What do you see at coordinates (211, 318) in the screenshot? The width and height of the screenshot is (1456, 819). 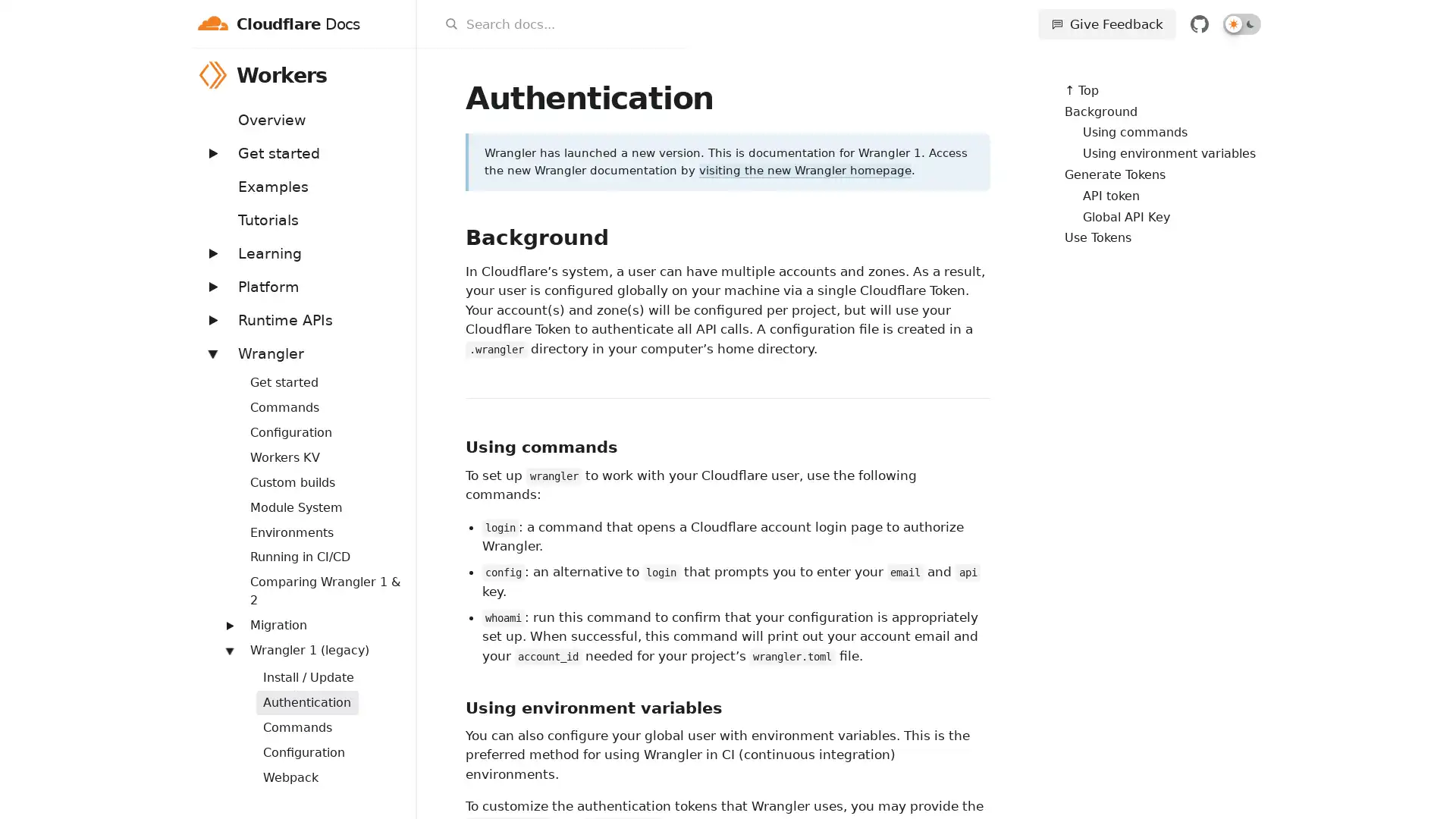 I see `Expand: Runtime APIs` at bounding box center [211, 318].